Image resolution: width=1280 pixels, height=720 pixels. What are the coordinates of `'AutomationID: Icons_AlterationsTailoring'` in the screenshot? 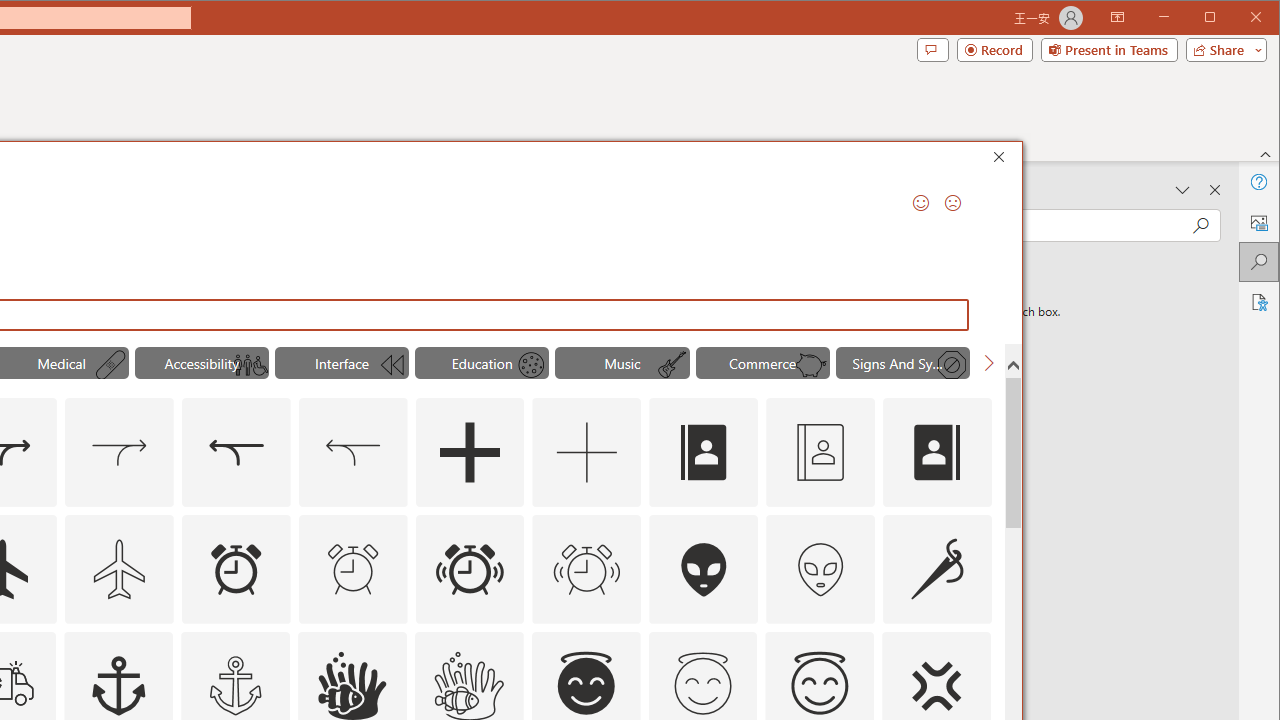 It's located at (937, 568).